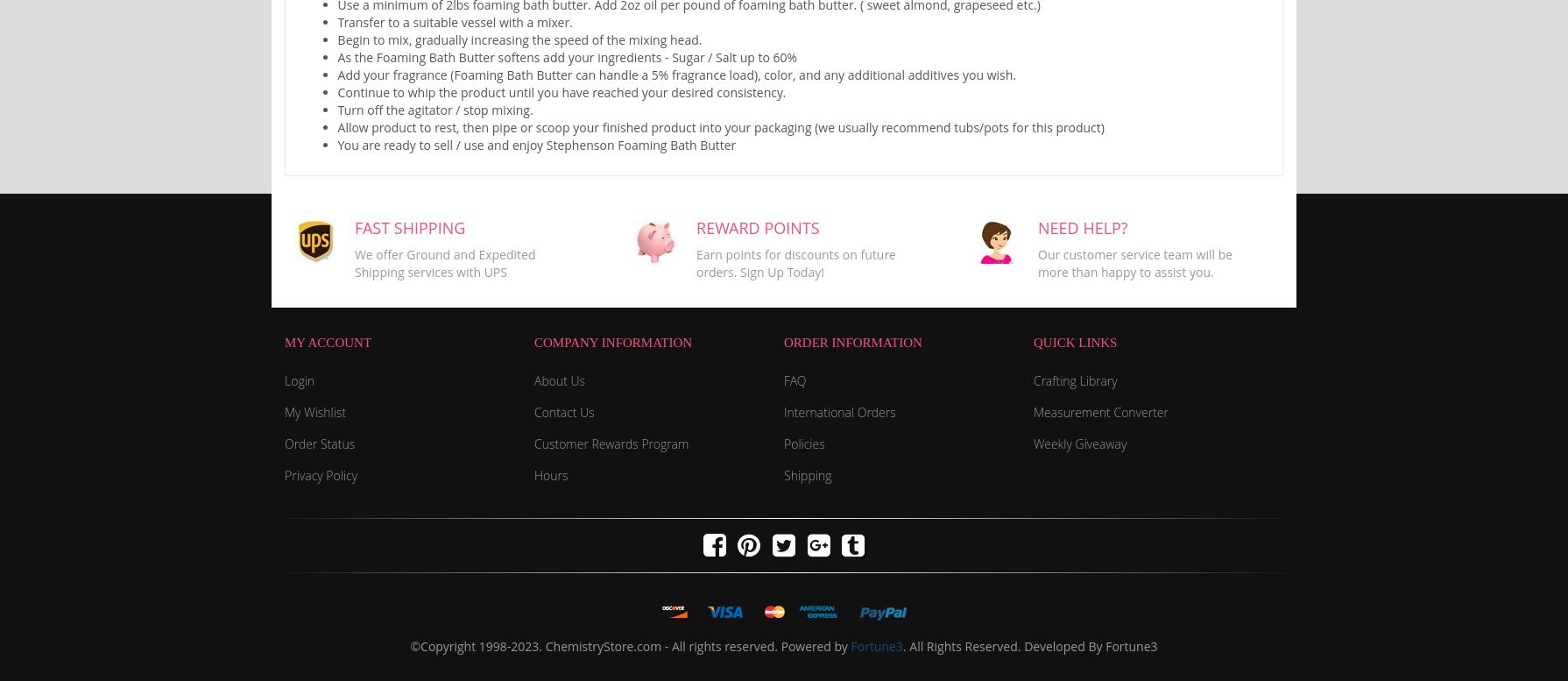  I want to click on 'My Wishlist', so click(314, 412).